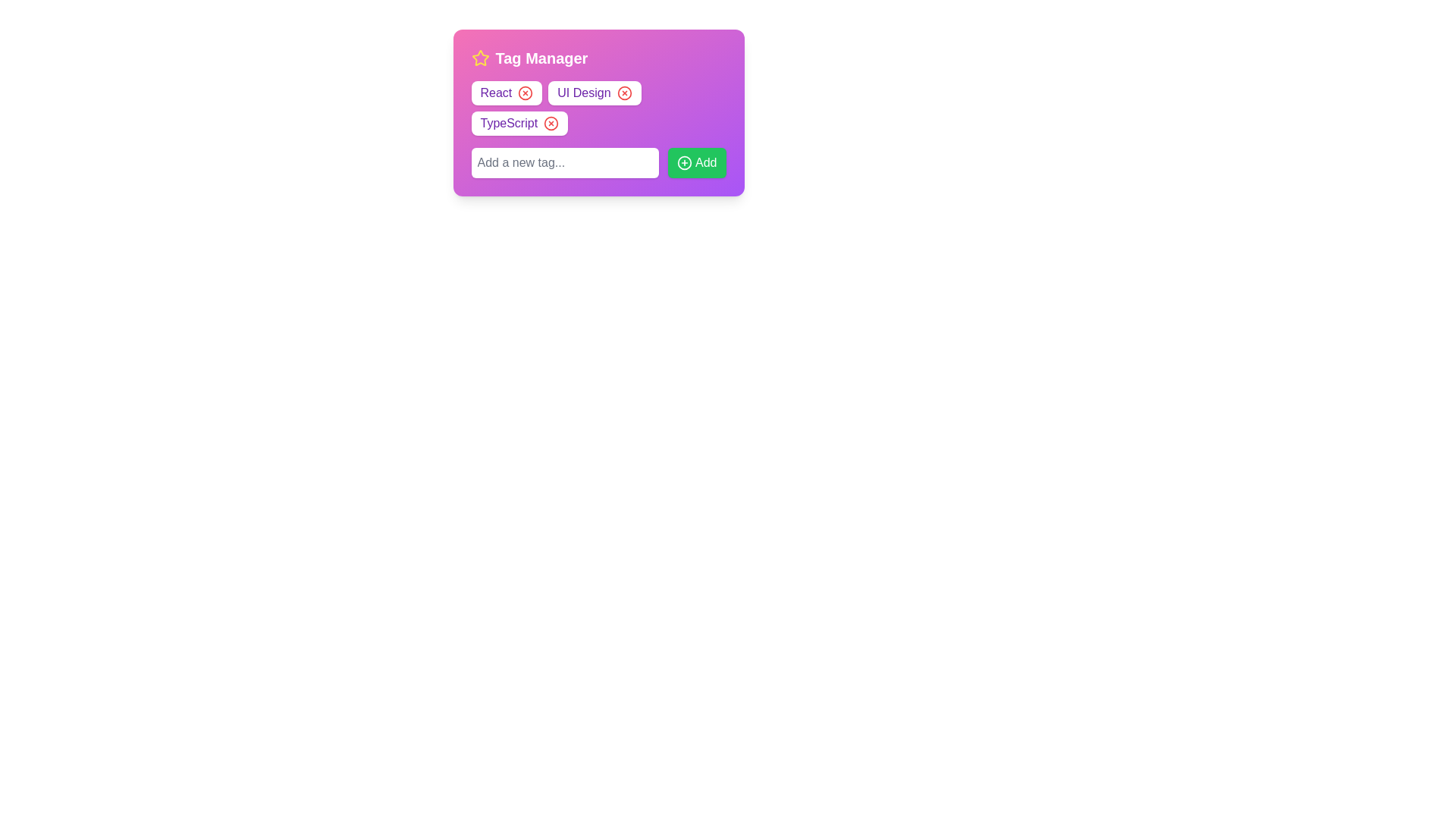 This screenshot has height=819, width=1456. What do you see at coordinates (551, 122) in the screenshot?
I see `the circular red close action component associated with the 'TypeScript' tag` at bounding box center [551, 122].